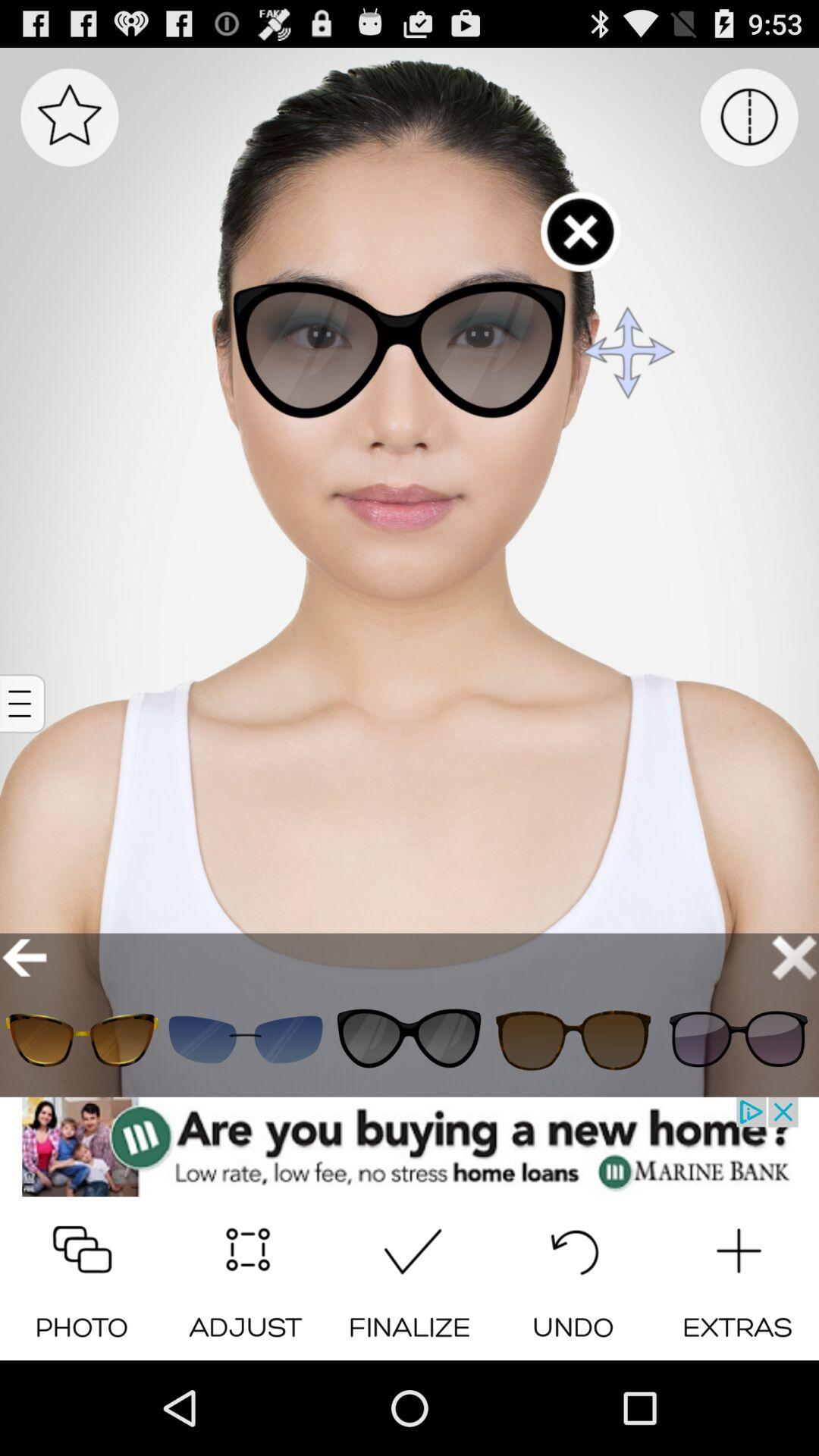 This screenshot has width=819, height=1456. What do you see at coordinates (24, 1025) in the screenshot?
I see `the arrow_backward icon` at bounding box center [24, 1025].